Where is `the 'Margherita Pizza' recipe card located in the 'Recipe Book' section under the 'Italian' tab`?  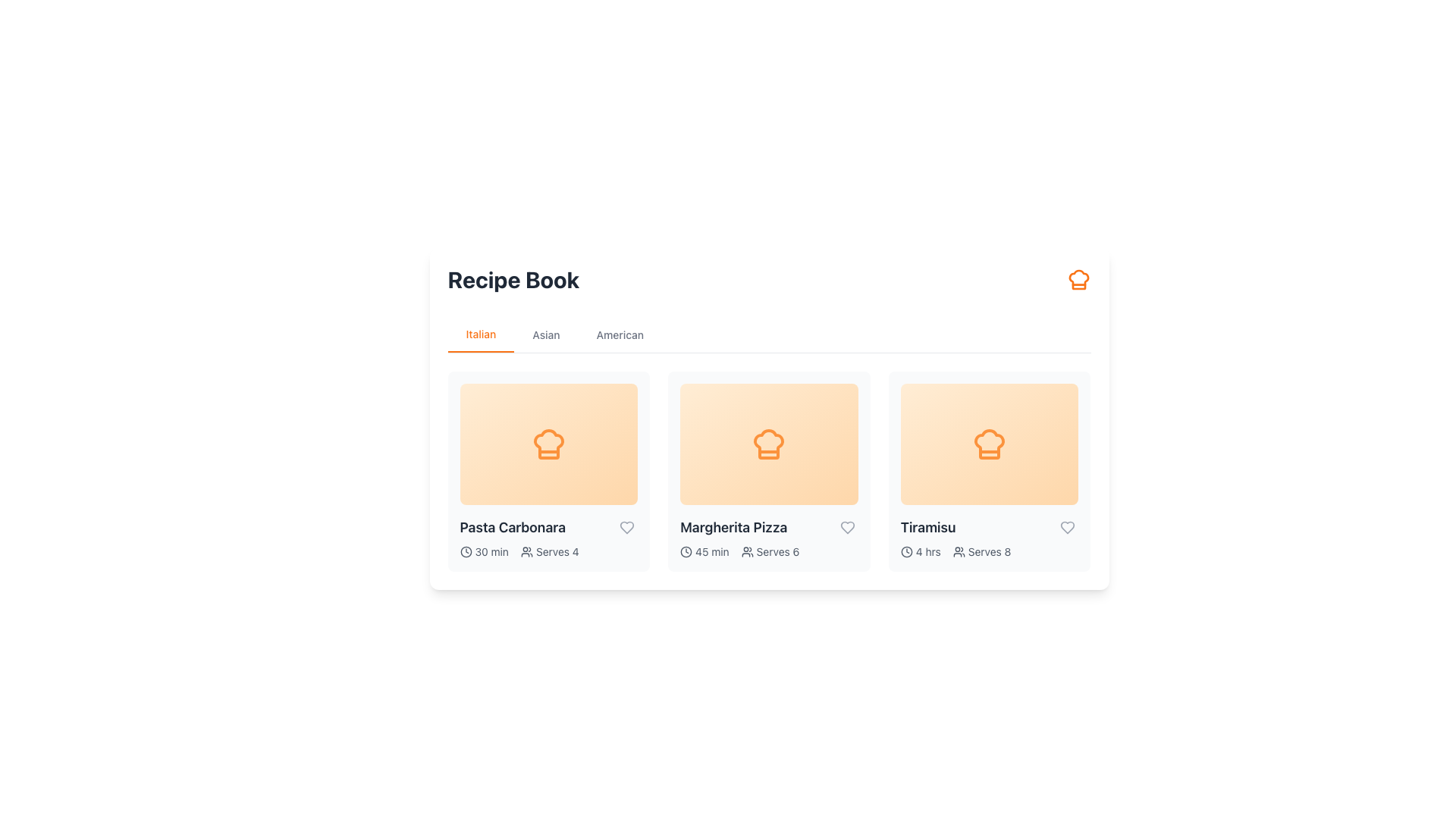 the 'Margherita Pizza' recipe card located in the 'Recipe Book' section under the 'Italian' tab is located at coordinates (769, 470).